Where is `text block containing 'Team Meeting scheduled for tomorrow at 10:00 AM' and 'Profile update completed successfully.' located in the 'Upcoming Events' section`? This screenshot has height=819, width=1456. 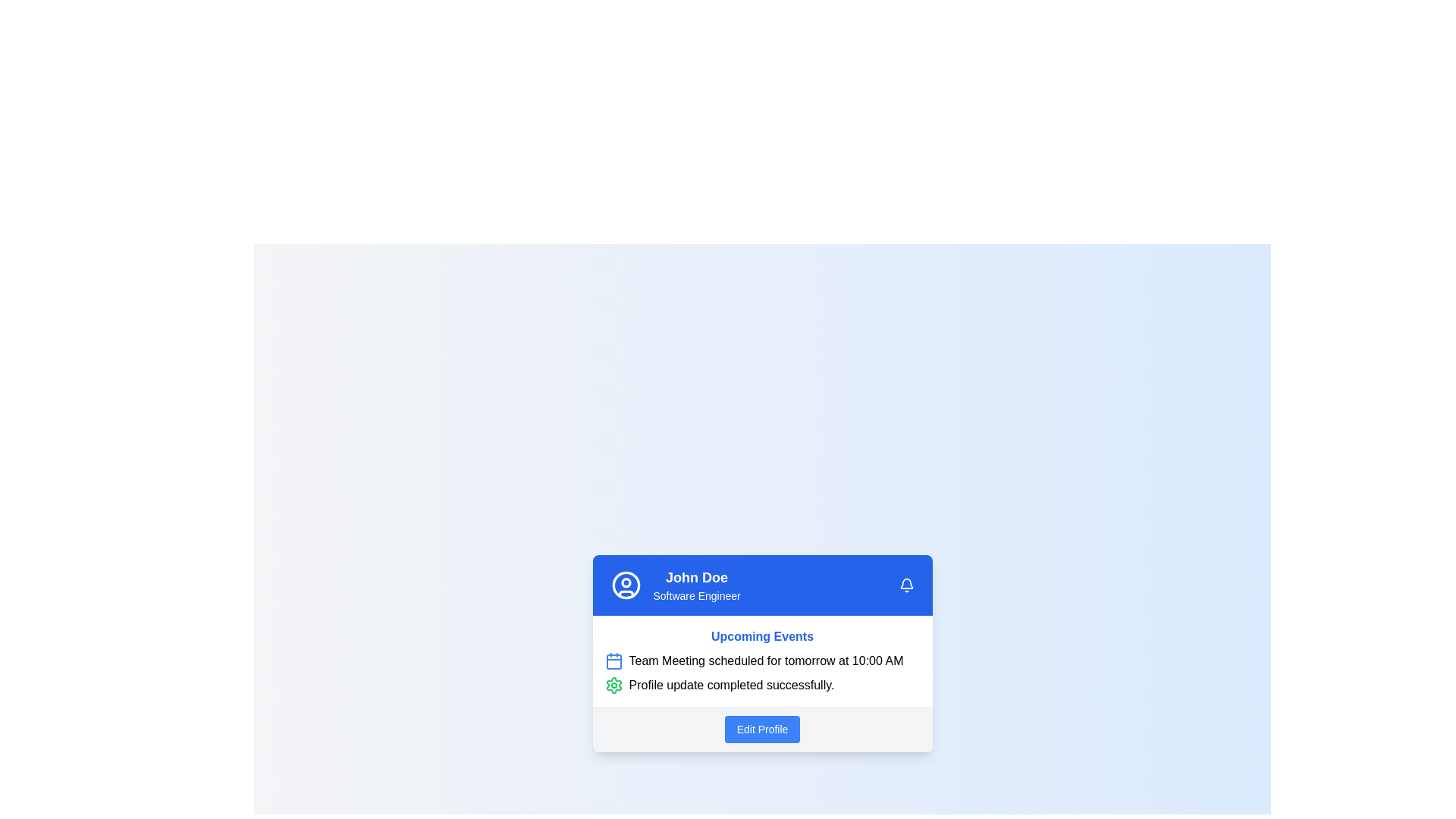 text block containing 'Team Meeting scheduled for tomorrow at 10:00 AM' and 'Profile update completed successfully.' located in the 'Upcoming Events' section is located at coordinates (762, 672).